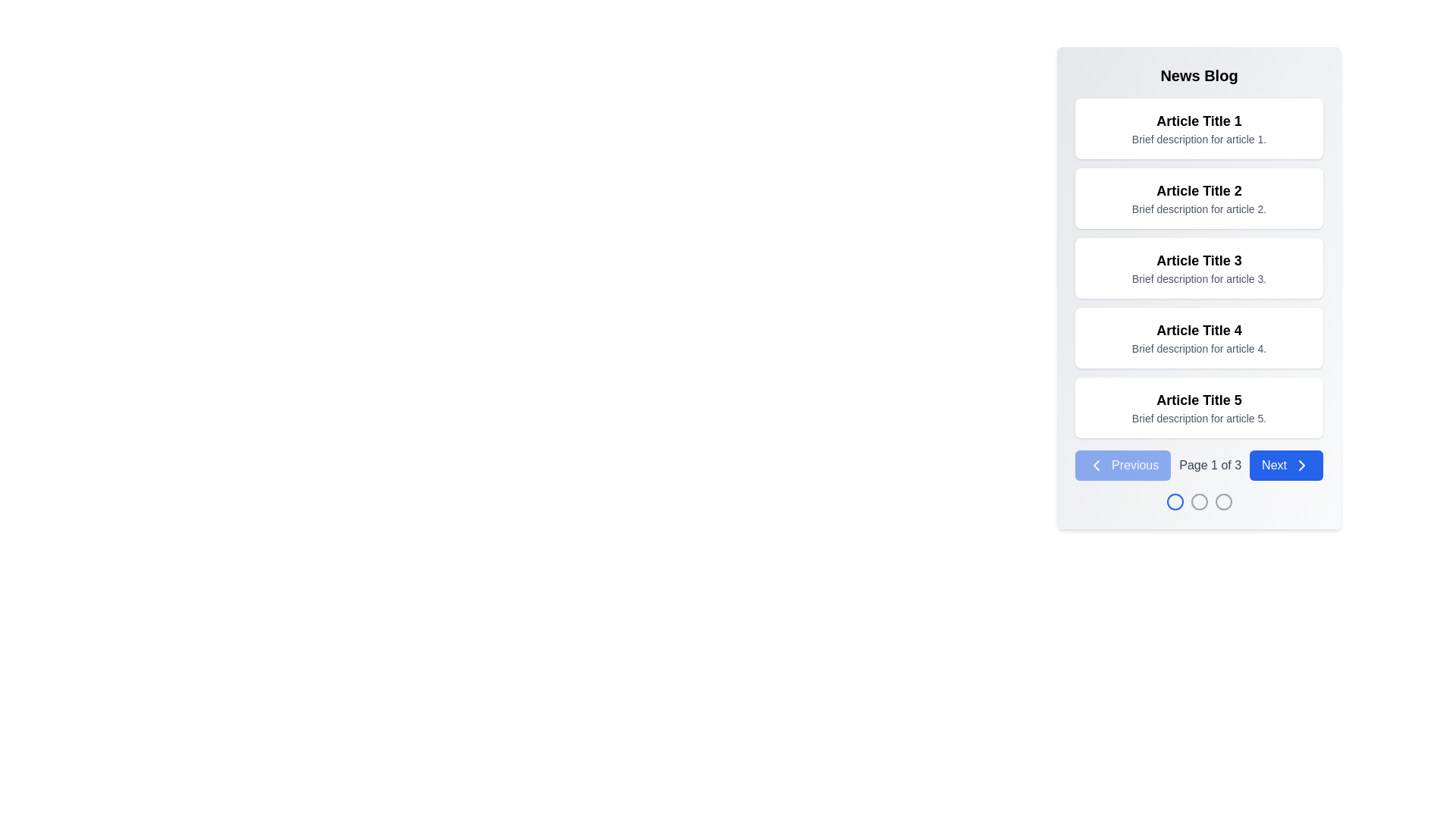  What do you see at coordinates (1174, 502) in the screenshot?
I see `the first circular pagination indicator located at the bottom center of the page` at bounding box center [1174, 502].